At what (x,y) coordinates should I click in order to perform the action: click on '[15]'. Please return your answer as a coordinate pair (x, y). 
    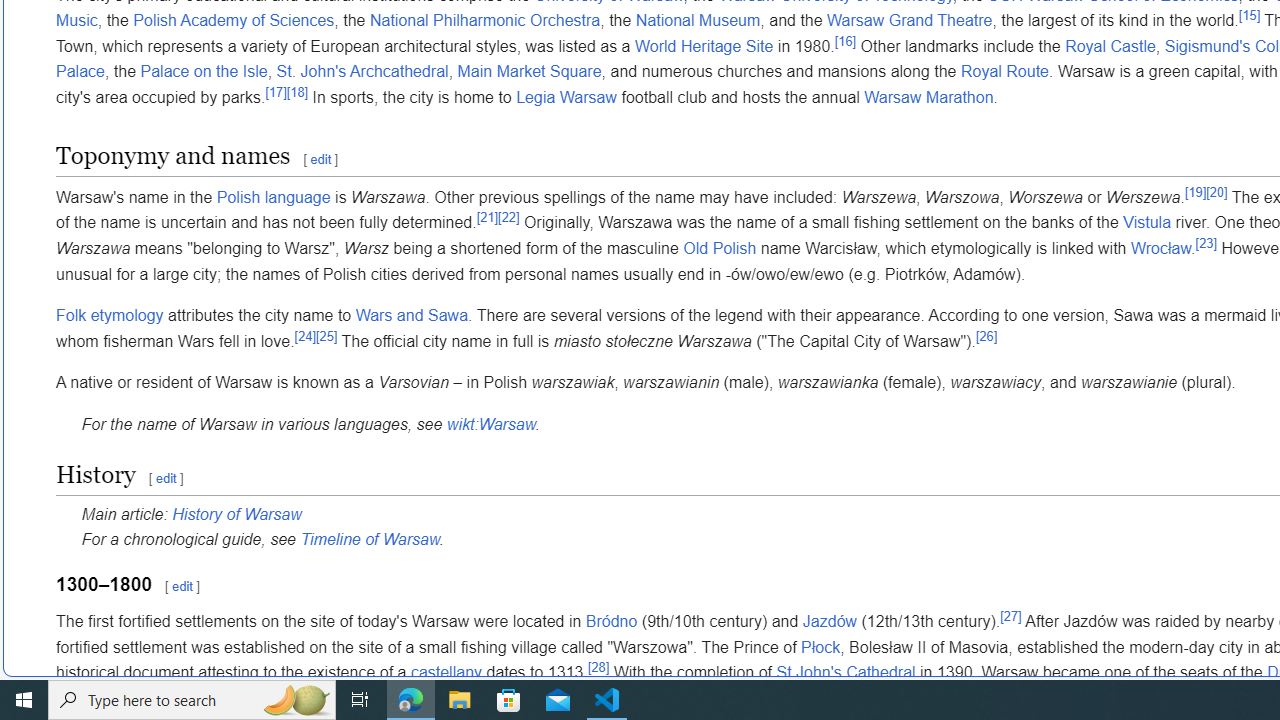
    Looking at the image, I should click on (1248, 15).